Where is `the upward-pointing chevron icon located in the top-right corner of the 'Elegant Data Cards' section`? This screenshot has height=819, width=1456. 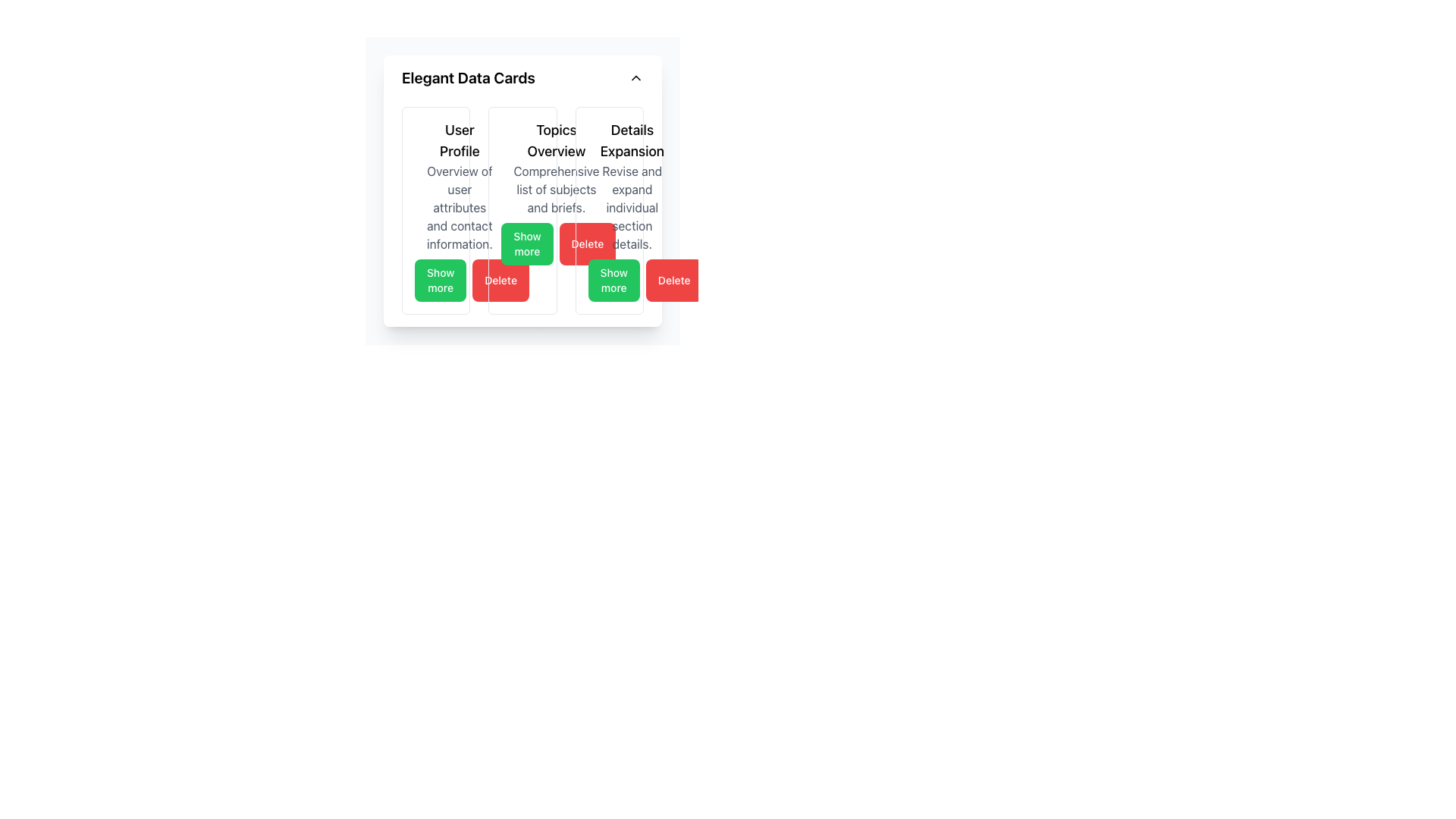 the upward-pointing chevron icon located in the top-right corner of the 'Elegant Data Cards' section is located at coordinates (636, 78).